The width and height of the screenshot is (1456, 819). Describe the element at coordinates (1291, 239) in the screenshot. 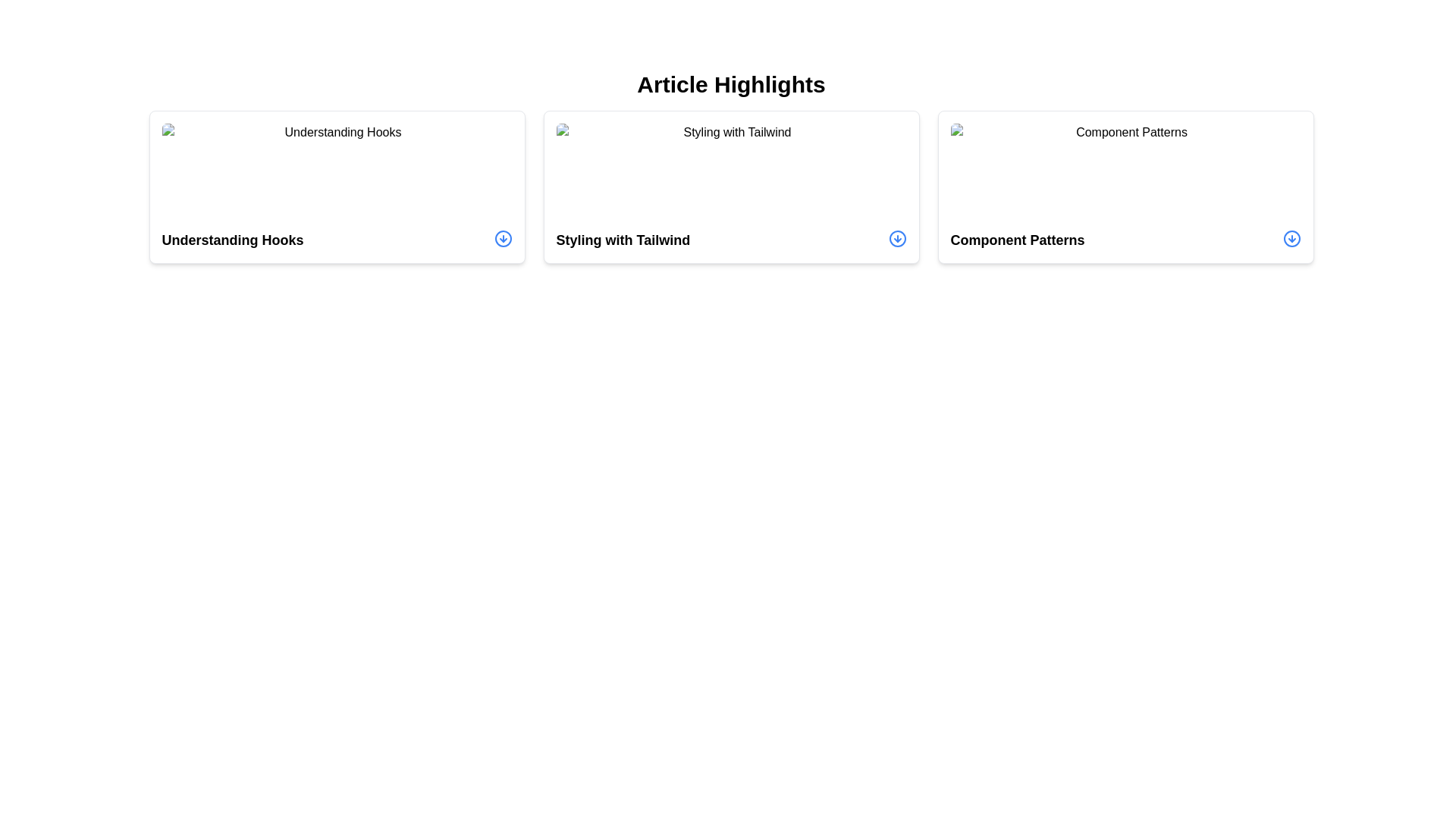

I see `the Icon (Circle with Downward Arrow) located at the far right side of the 'Component Patterns' panel` at that location.